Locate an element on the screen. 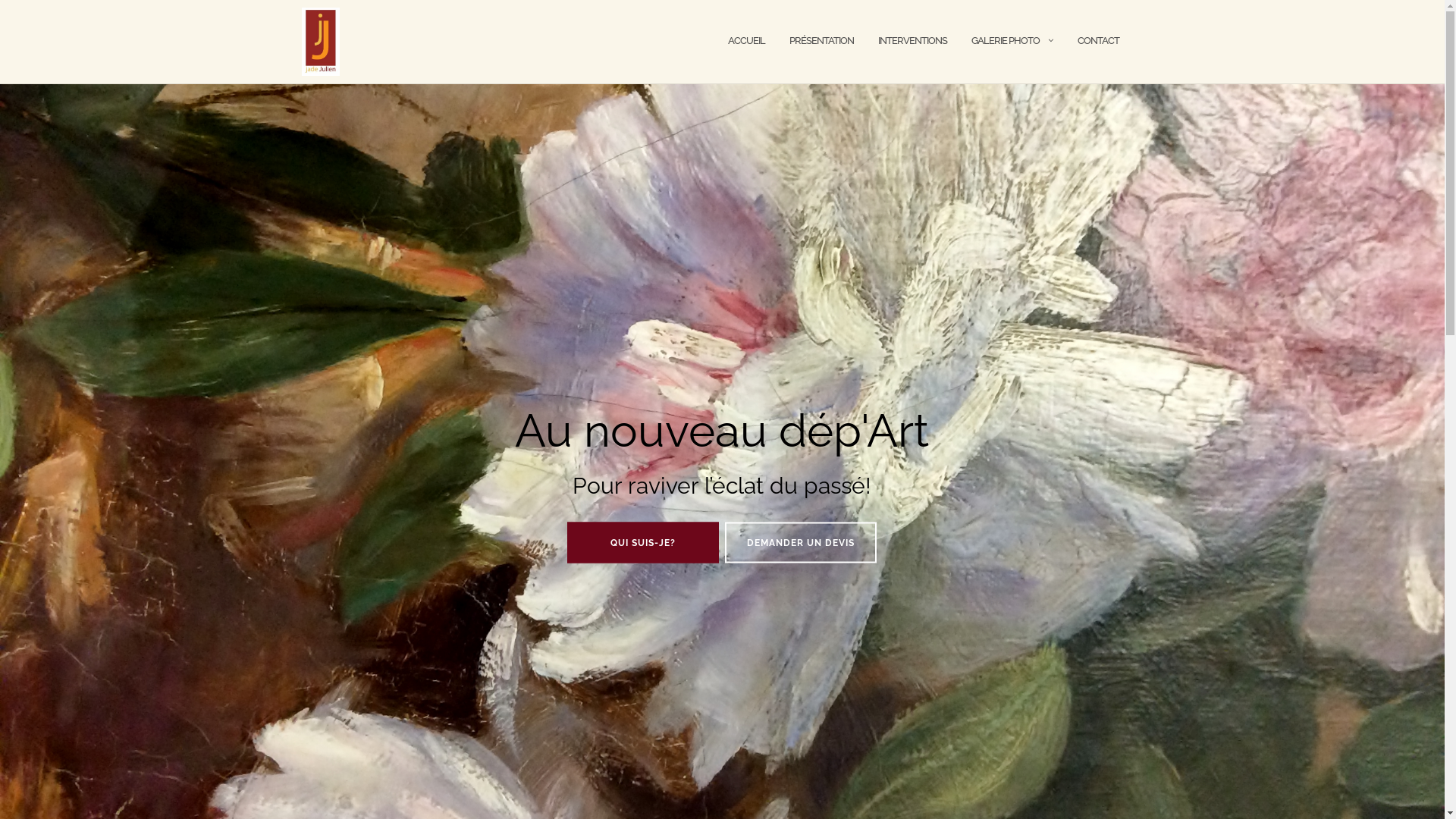 The image size is (1456, 819). 'GALERIE PHOTO' is located at coordinates (1004, 40).